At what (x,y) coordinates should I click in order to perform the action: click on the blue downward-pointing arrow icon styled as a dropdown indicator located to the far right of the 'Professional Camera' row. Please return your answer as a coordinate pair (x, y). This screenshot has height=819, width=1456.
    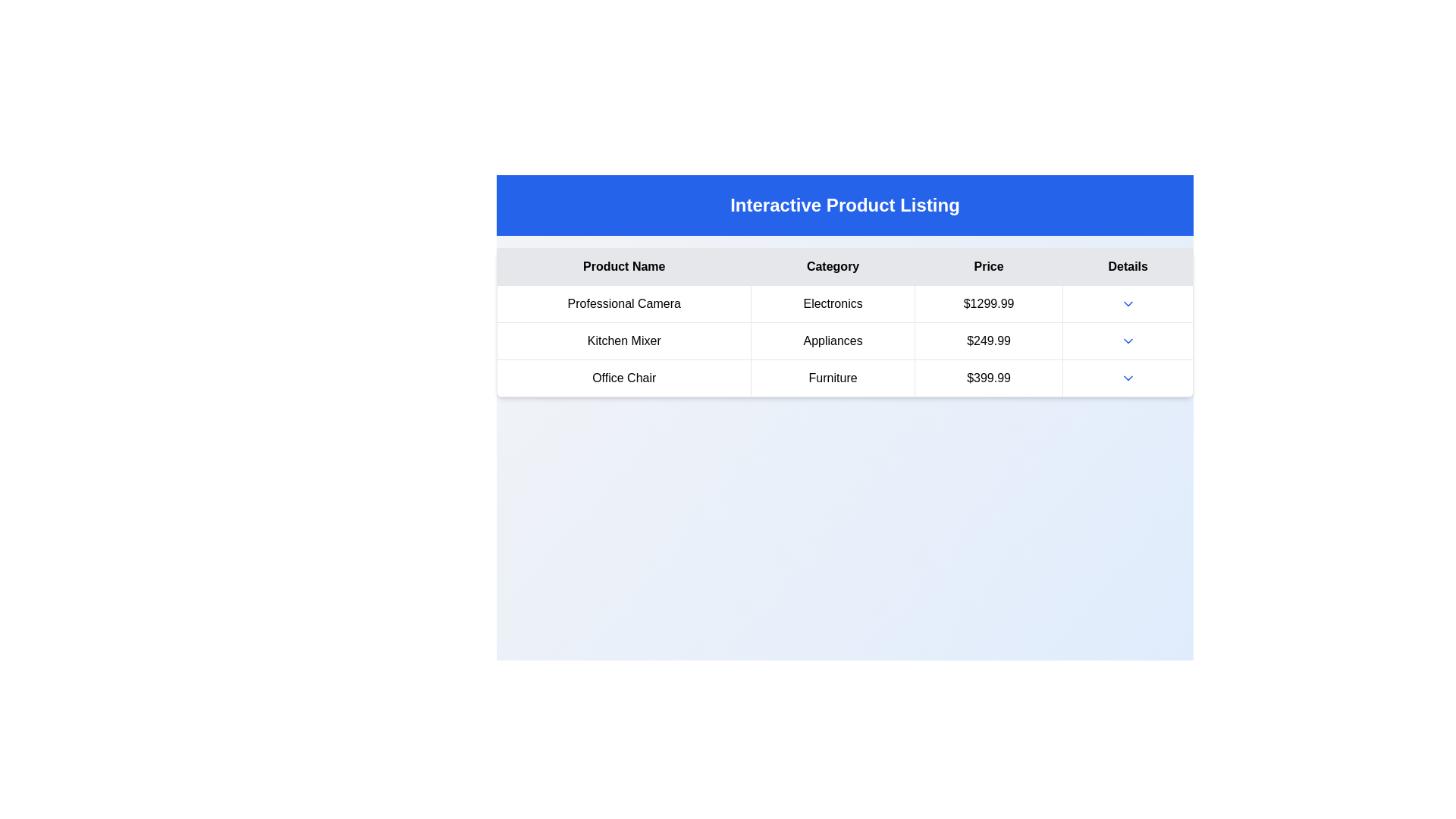
    Looking at the image, I should click on (1128, 304).